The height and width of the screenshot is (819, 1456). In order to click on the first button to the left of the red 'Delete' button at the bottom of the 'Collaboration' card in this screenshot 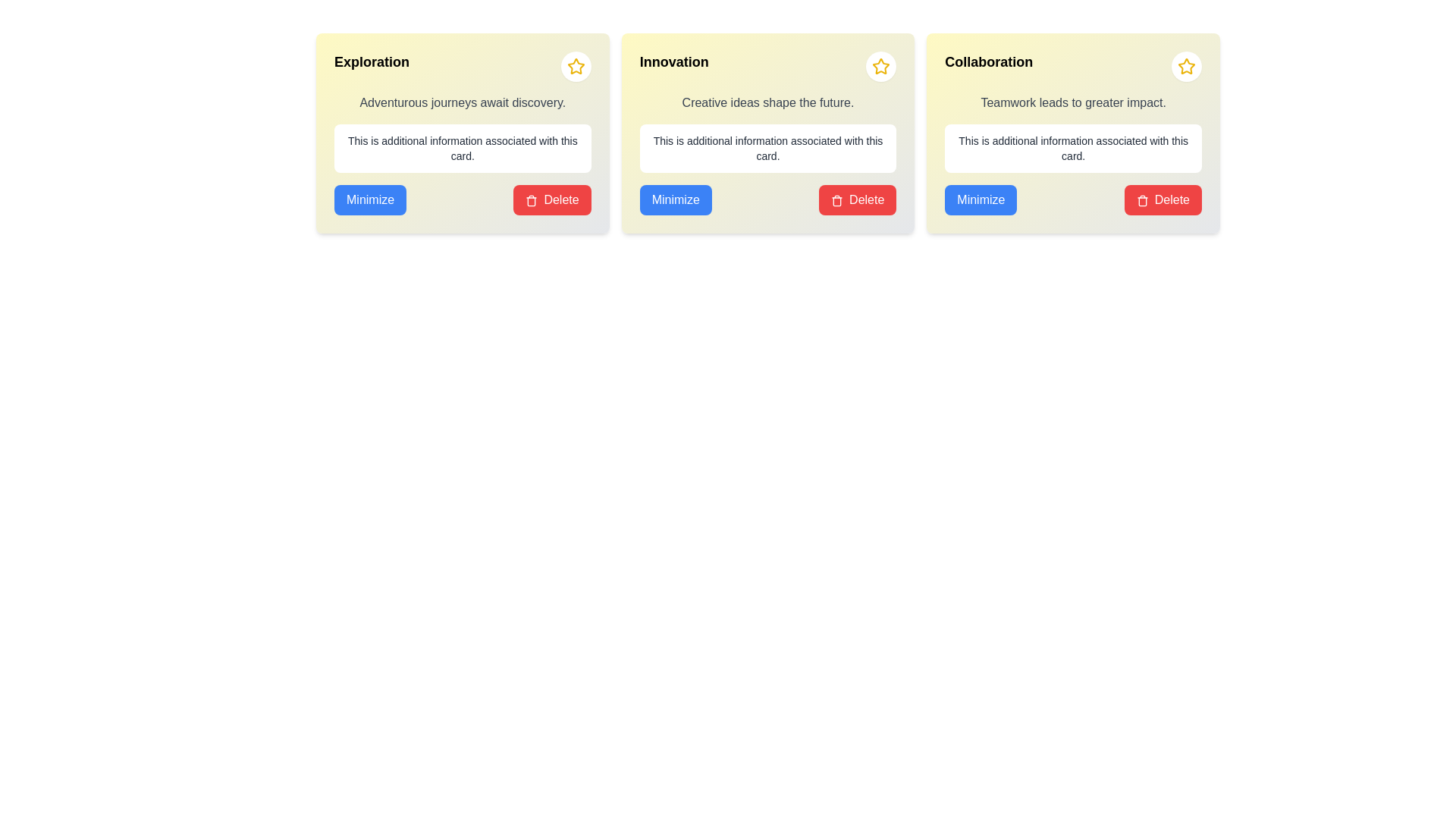, I will do `click(981, 199)`.